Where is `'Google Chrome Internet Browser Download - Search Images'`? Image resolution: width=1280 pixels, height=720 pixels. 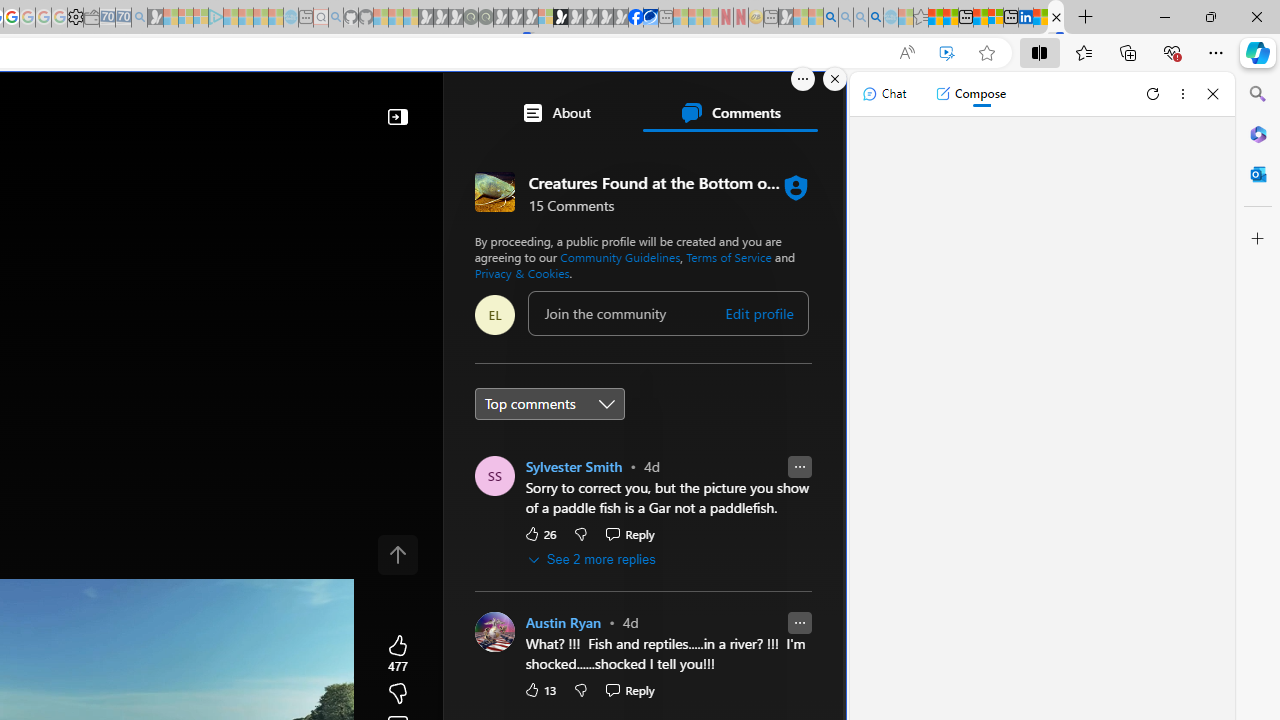
'Google Chrome Internet Browser Download - Search Images' is located at coordinates (876, 17).